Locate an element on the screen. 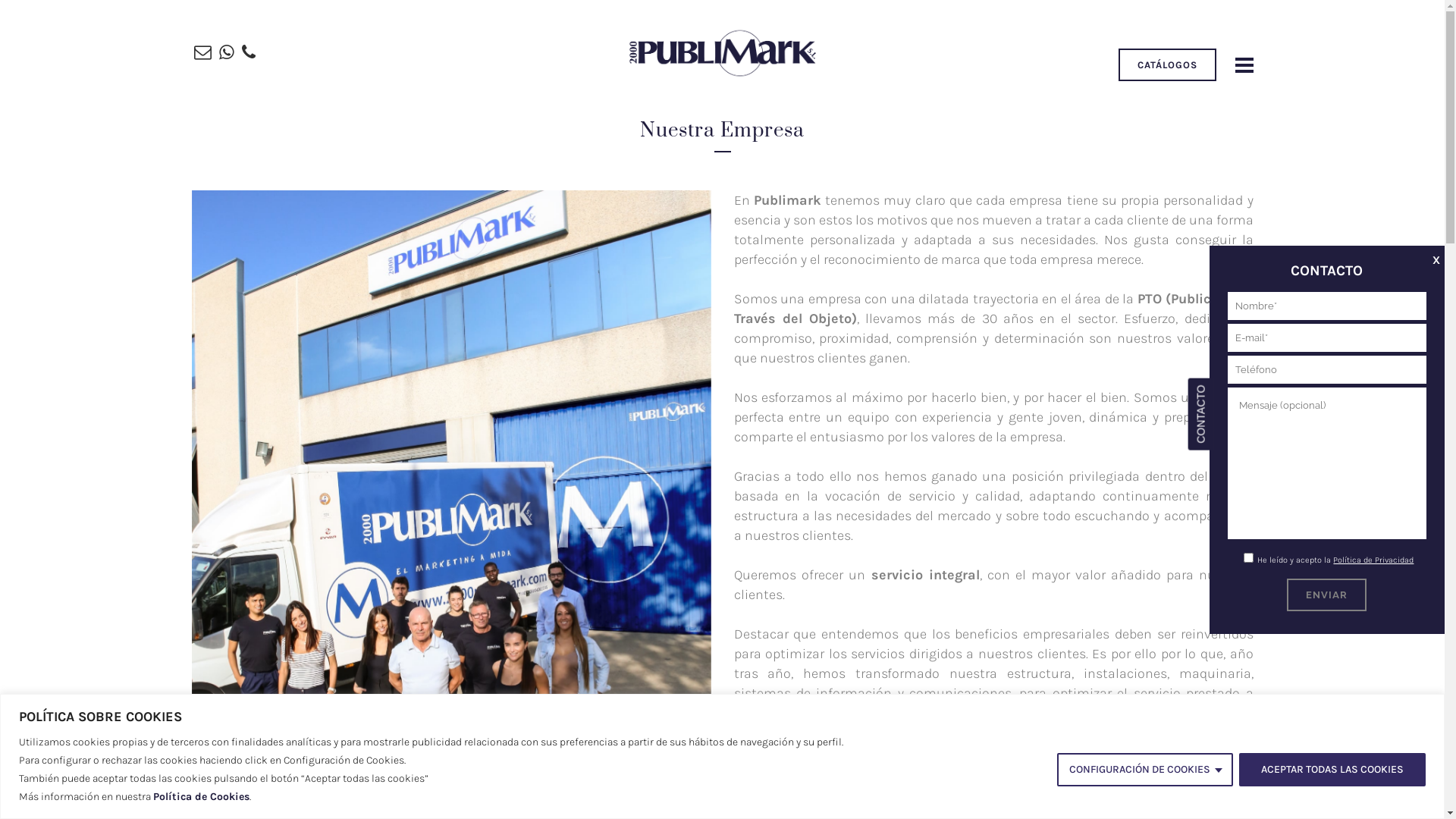 The height and width of the screenshot is (819, 1456). 'ACEPTAR TODAS LAS COOKIES' is located at coordinates (1331, 769).